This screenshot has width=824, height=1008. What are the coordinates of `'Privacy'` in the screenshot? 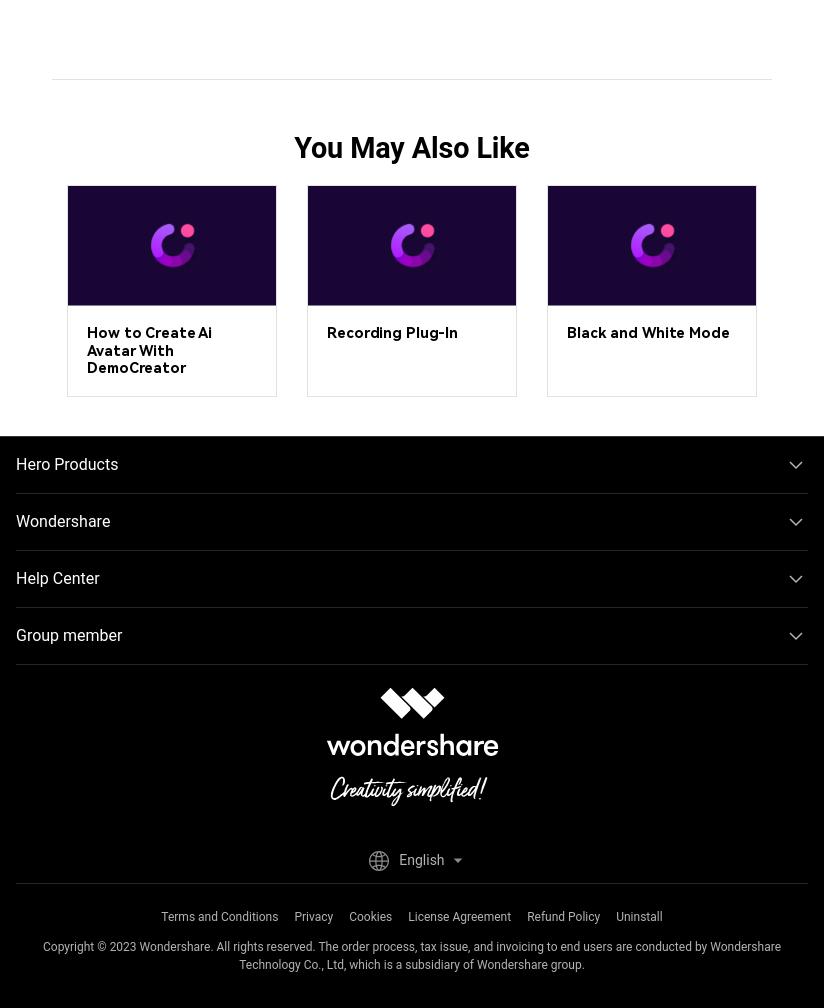 It's located at (313, 916).